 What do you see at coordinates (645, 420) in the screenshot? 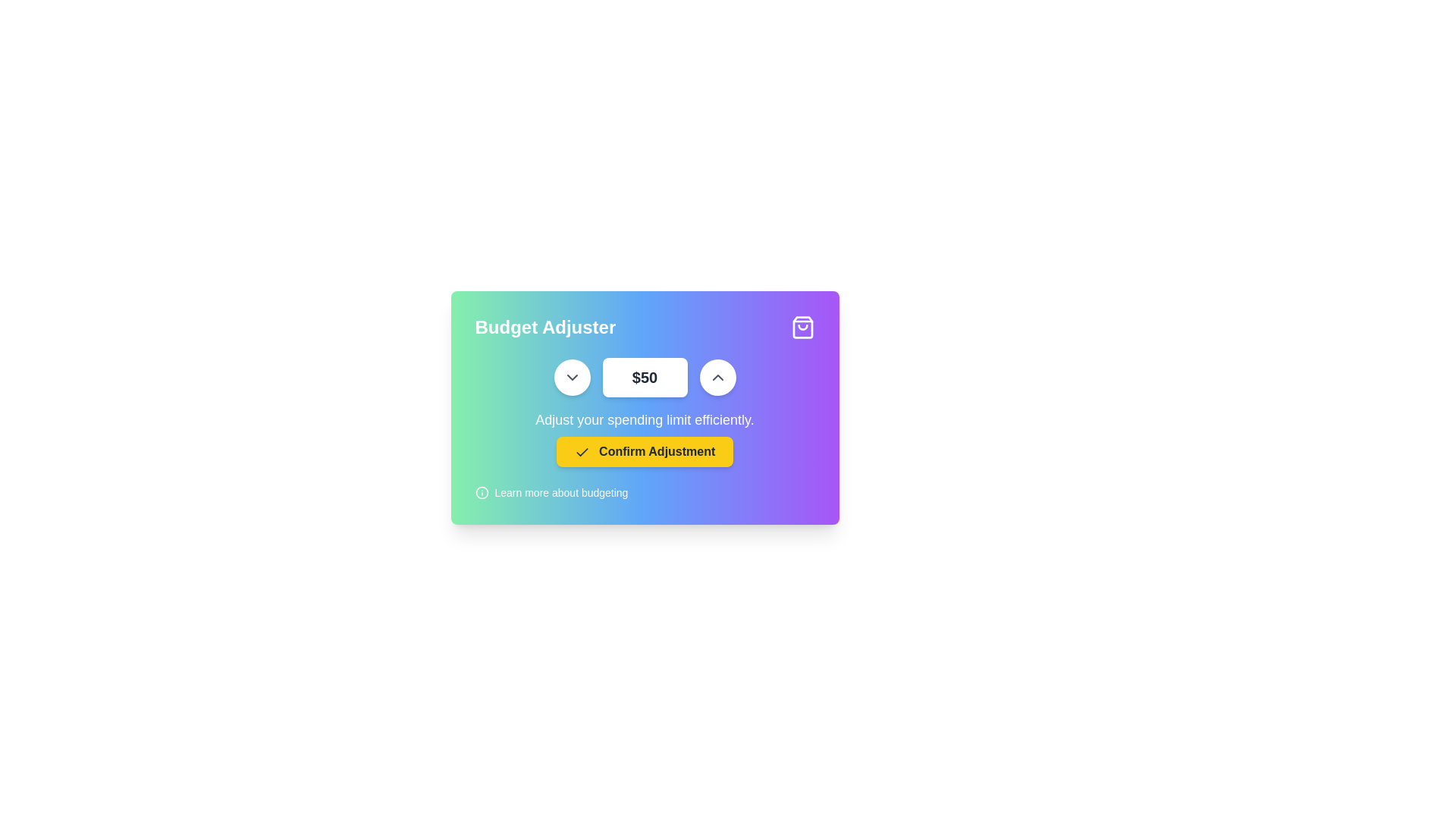
I see `the text label that contains the phrase 'Adjust your spending limit efficiently.' which is styled with white text against a gradient background, located below the '$50' value display and above the 'Confirm Adjustment' button` at bounding box center [645, 420].